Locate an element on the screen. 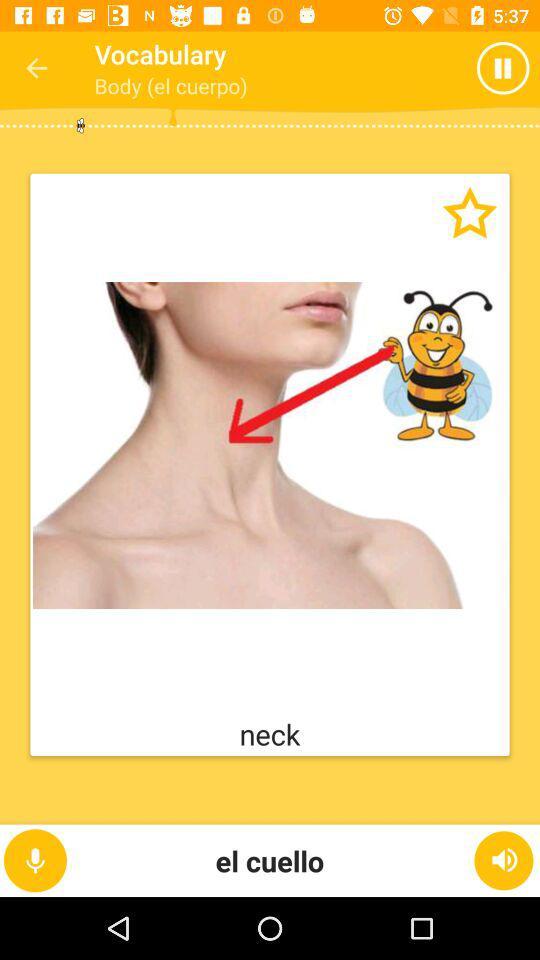 Image resolution: width=540 pixels, height=960 pixels. item to the right of body (el cuerpo) icon is located at coordinates (508, 68).